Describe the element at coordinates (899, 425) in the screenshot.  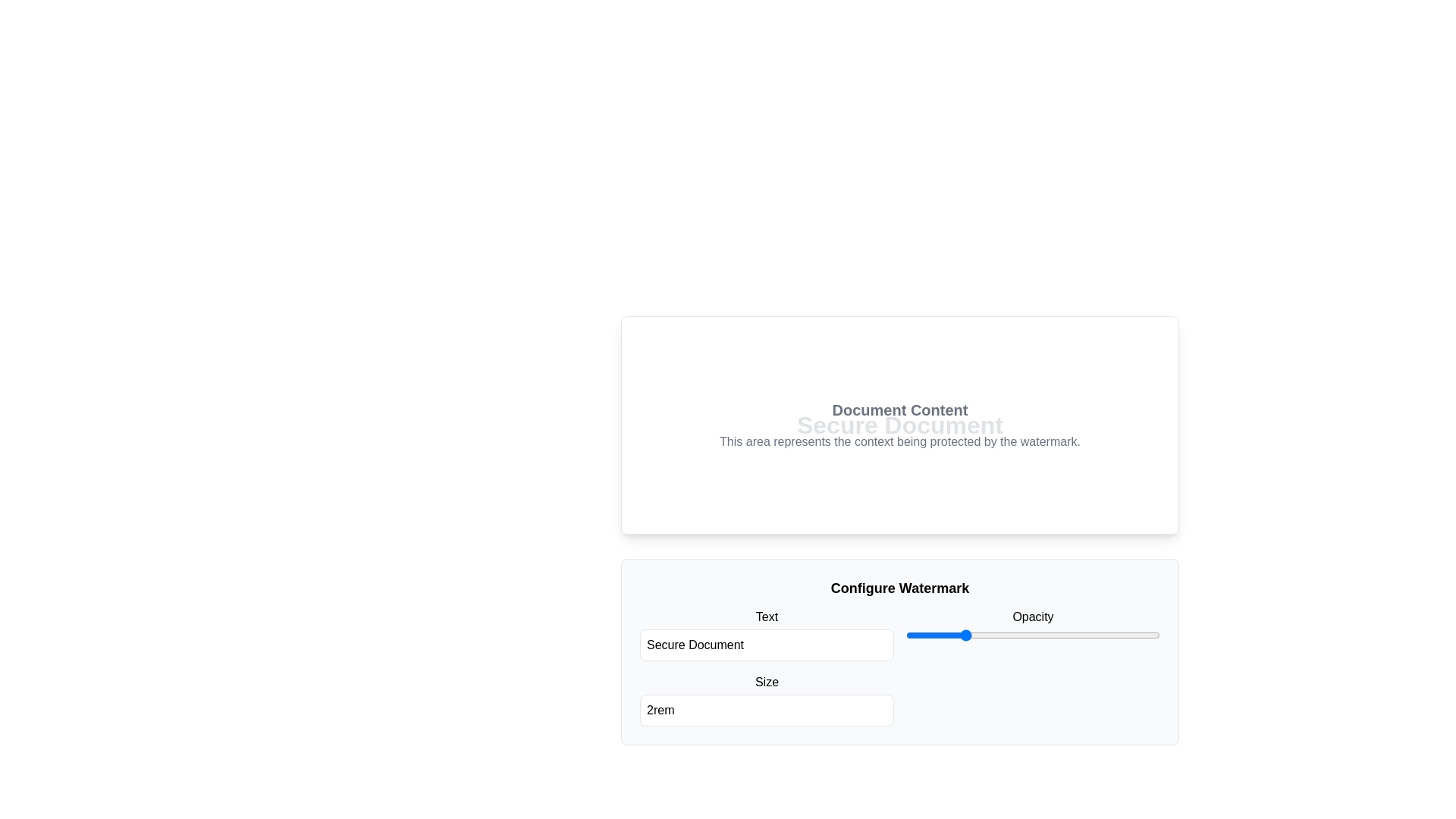
I see `the informational text label located in the middle of the display, which is inside a white bordered and shadowed box, positioned beneath the 'Secure Document' text and above the configure watermark settings section` at that location.